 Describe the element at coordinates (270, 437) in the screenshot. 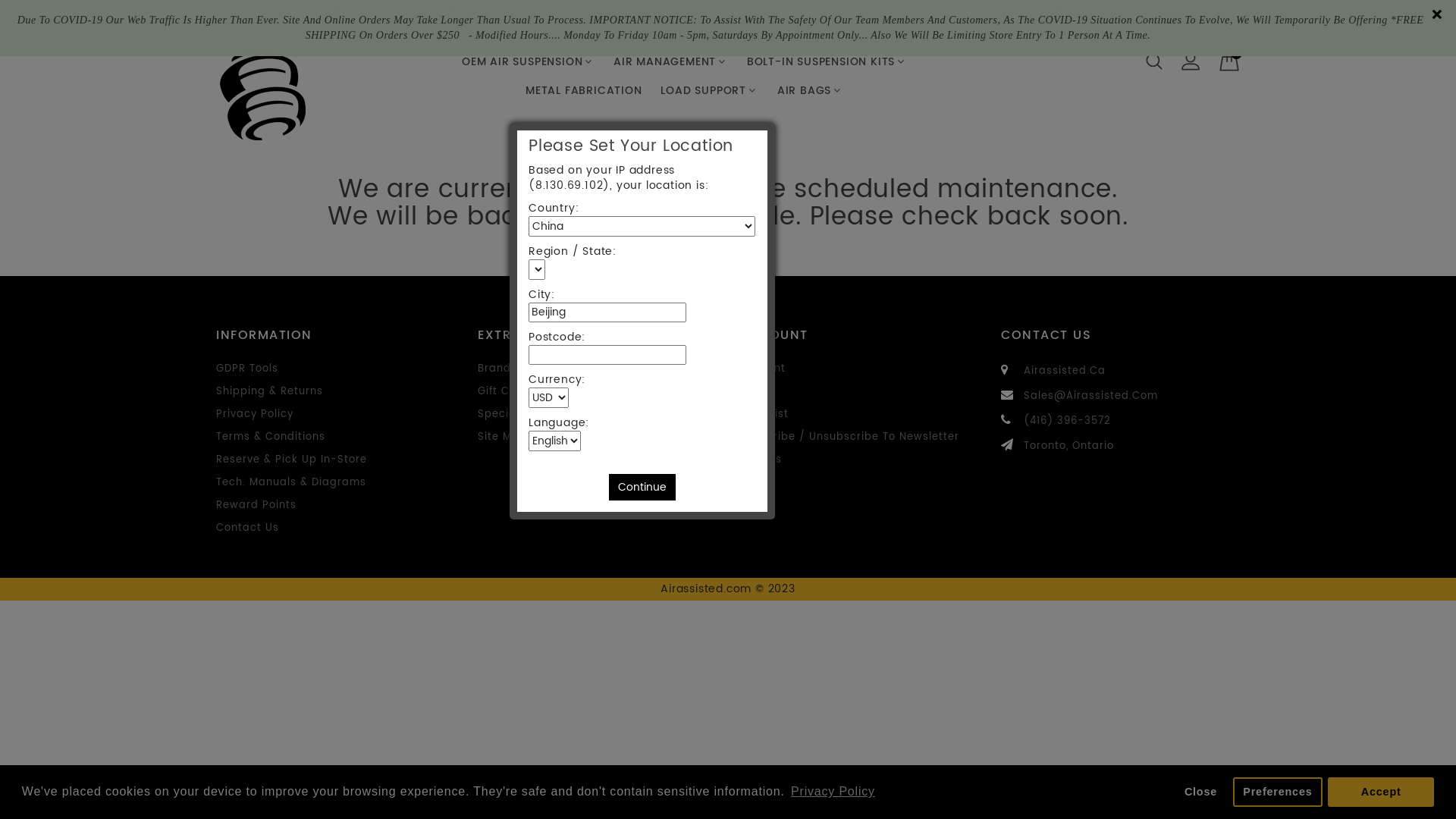

I see `'Terms & Conditions'` at that location.